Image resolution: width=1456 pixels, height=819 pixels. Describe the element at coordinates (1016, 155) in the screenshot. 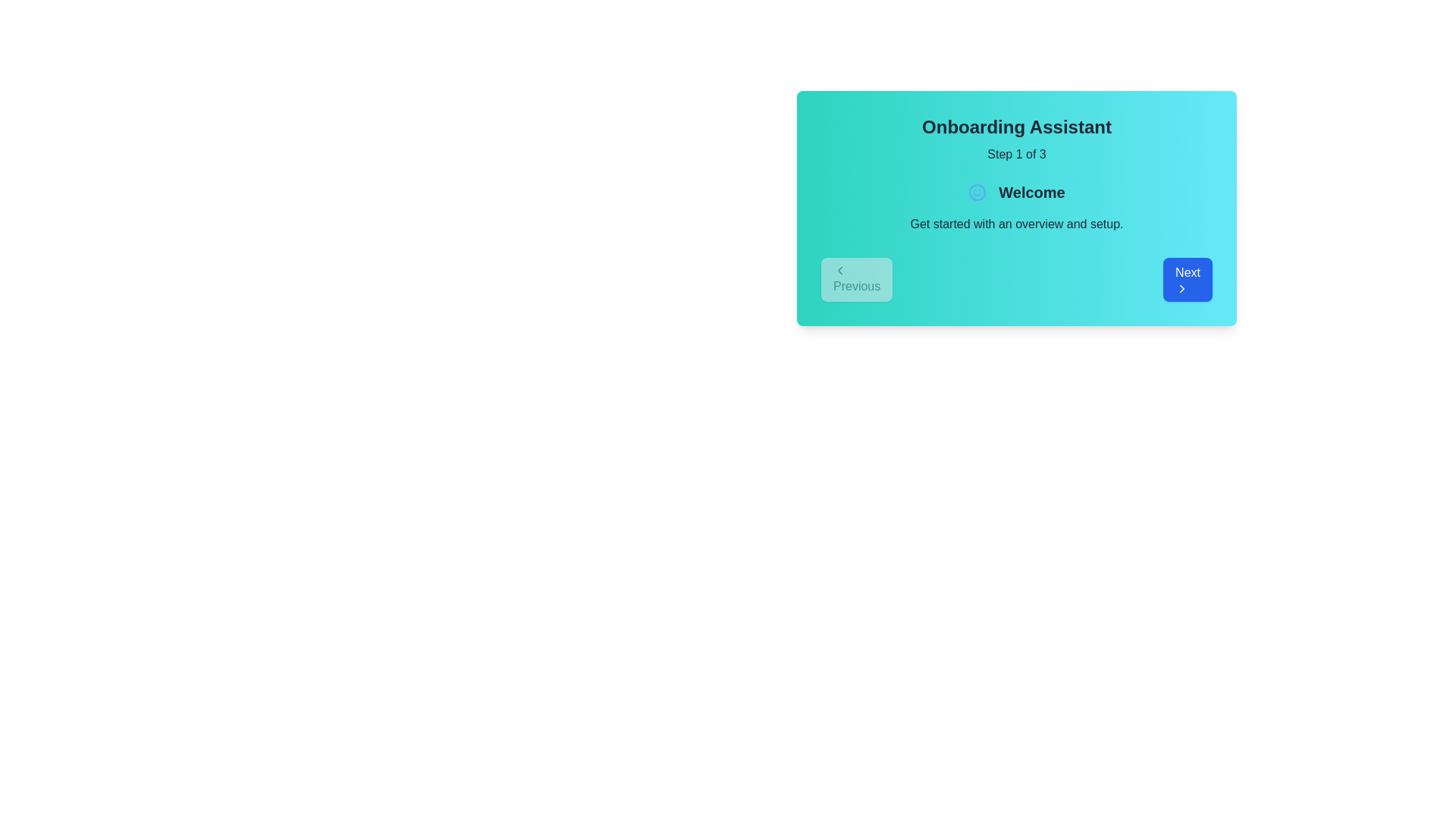

I see `text displayed in the Text Display element that shows 'Step 1 of 3', located below the 'Onboarding Assistant' in the modal header` at that location.